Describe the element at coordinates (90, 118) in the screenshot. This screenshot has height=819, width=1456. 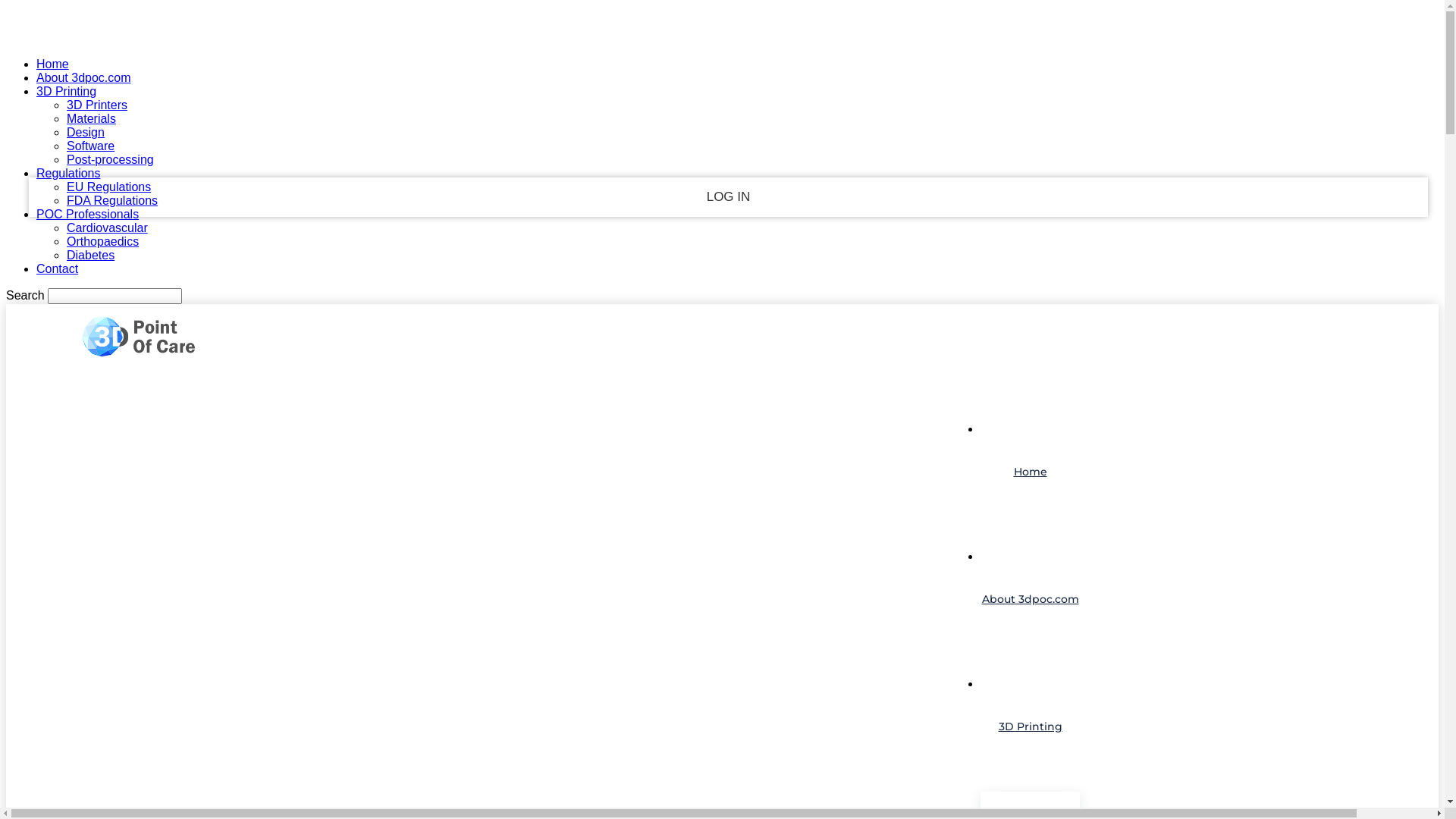
I see `'Materials'` at that location.